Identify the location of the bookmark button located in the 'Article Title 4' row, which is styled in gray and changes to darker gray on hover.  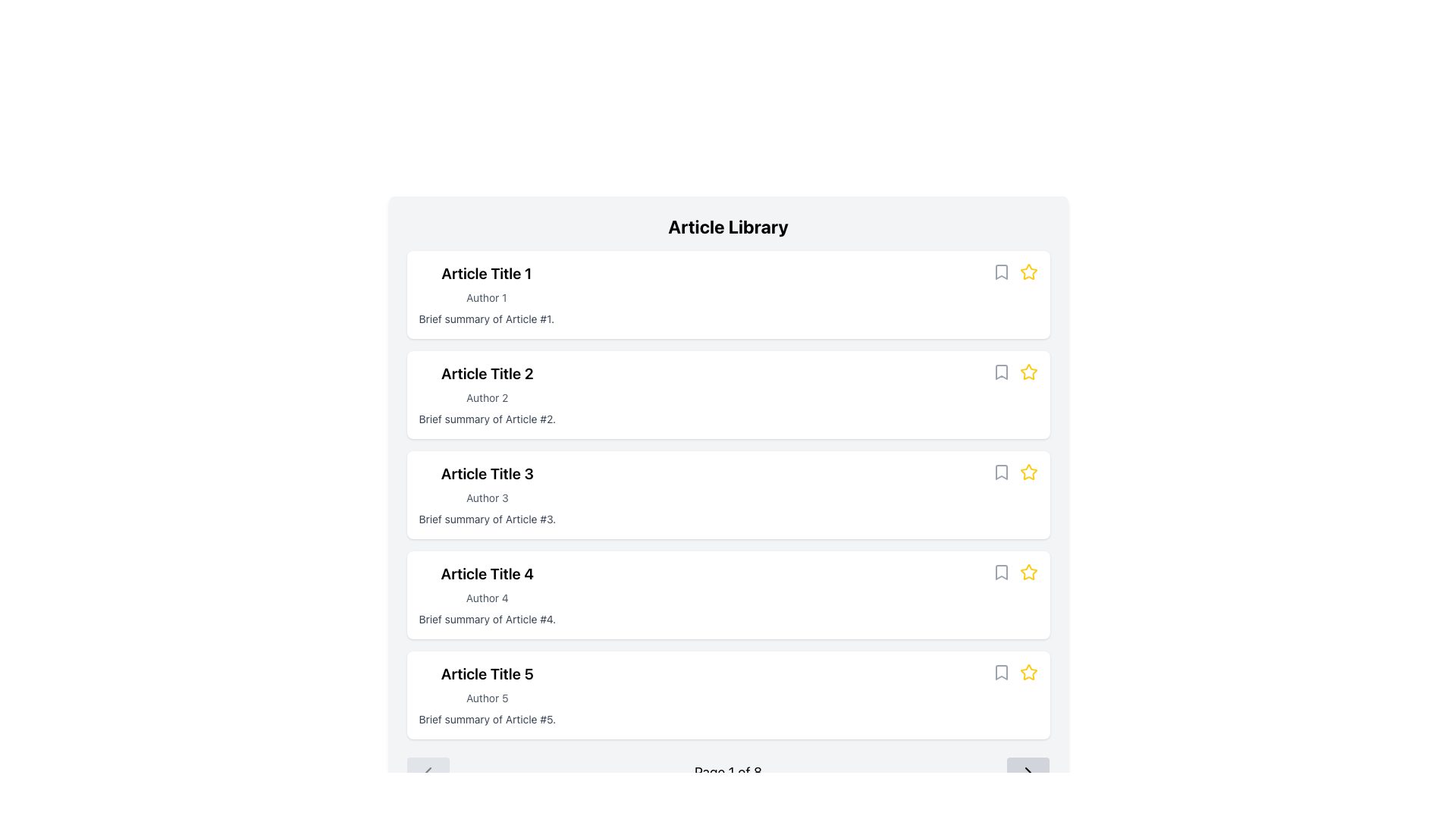
(1001, 573).